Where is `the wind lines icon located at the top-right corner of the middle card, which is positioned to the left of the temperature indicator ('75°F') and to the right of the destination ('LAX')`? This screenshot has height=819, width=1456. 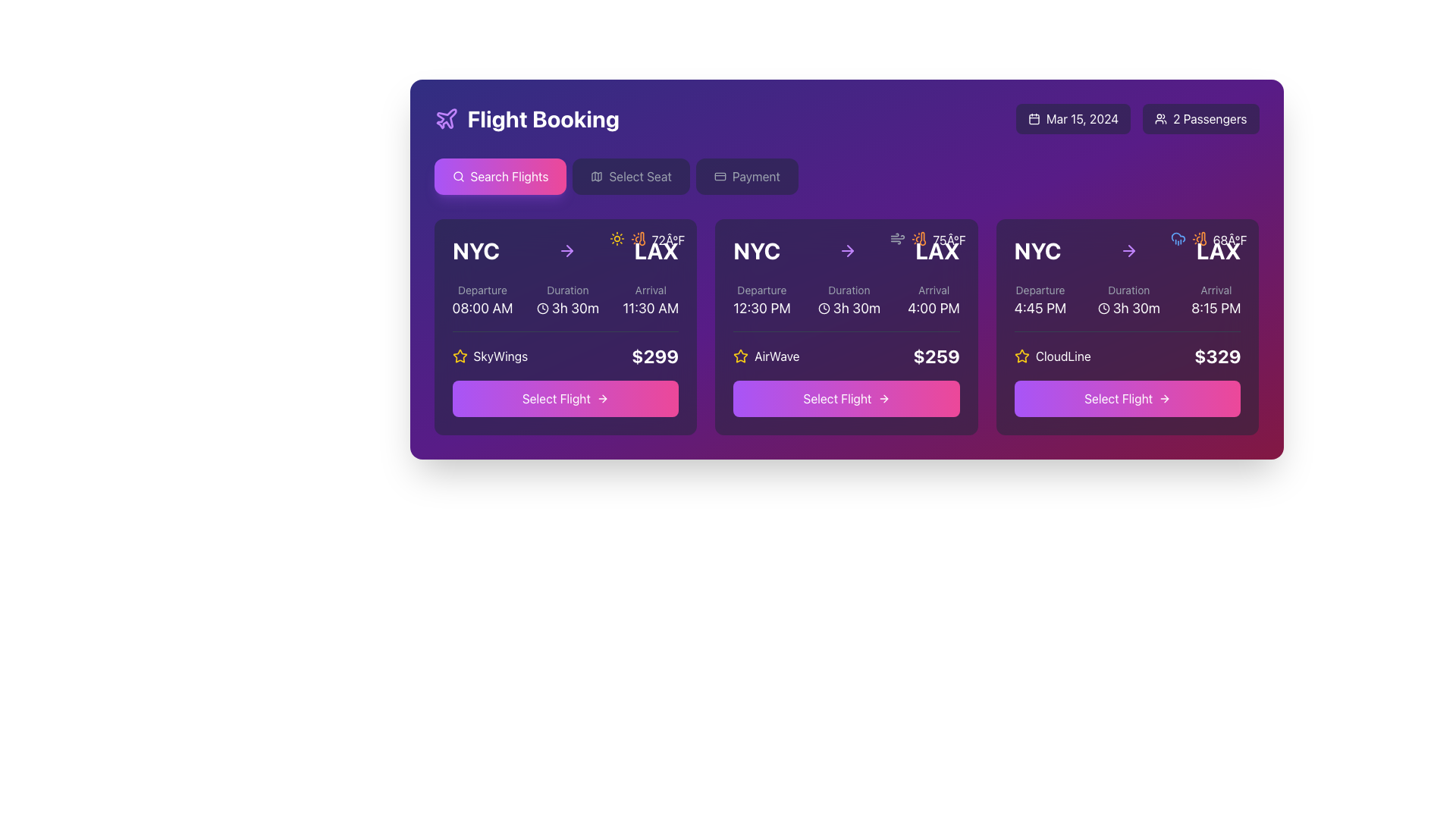 the wind lines icon located at the top-right corner of the middle card, which is positioned to the left of the temperature indicator ('75°F') and to the right of the destination ('LAX') is located at coordinates (898, 239).